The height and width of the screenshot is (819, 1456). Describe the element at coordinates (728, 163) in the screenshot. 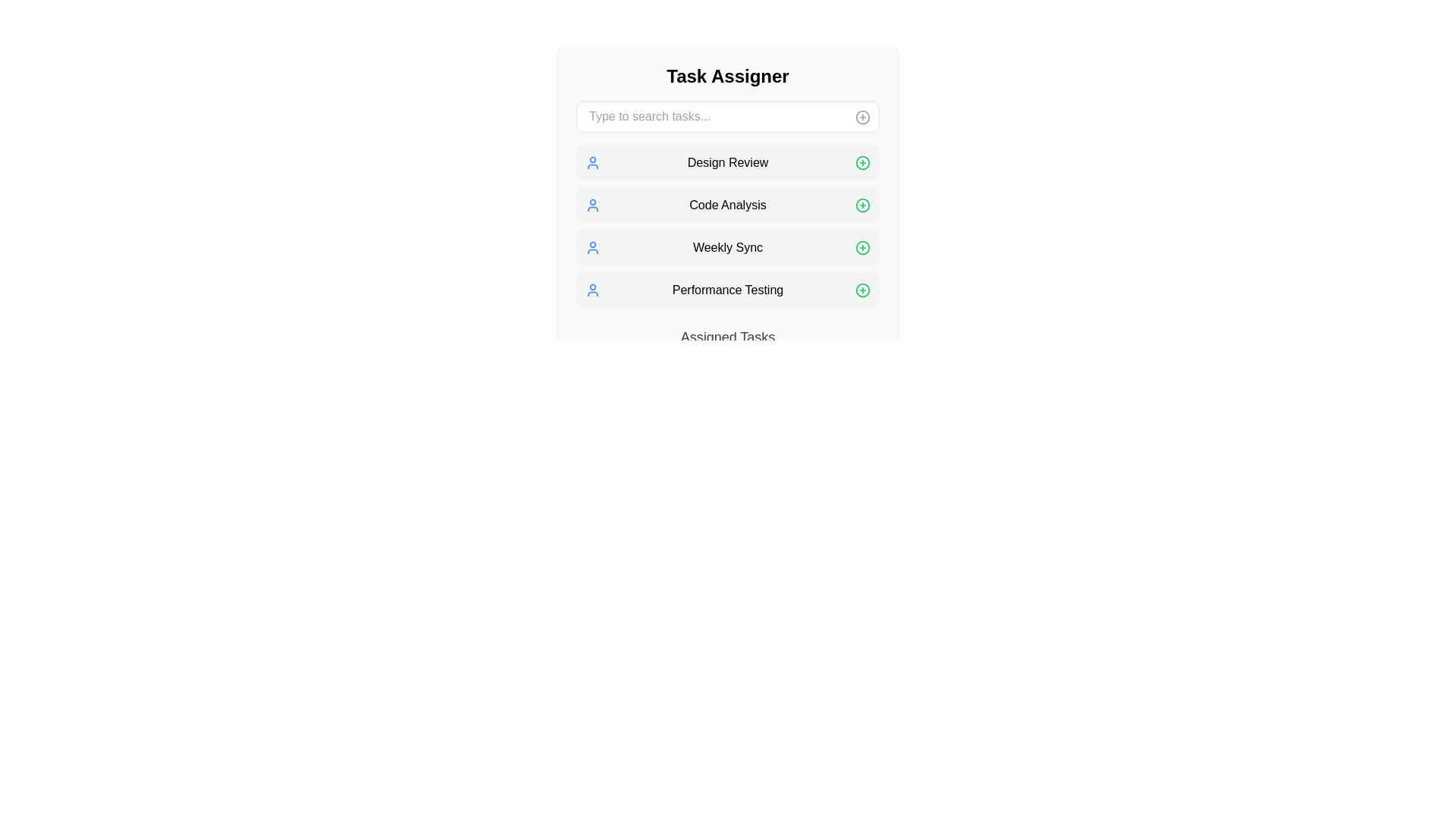

I see `the 'Design Review' text label, which is the central text of the first item in a vertical task selector list` at that location.